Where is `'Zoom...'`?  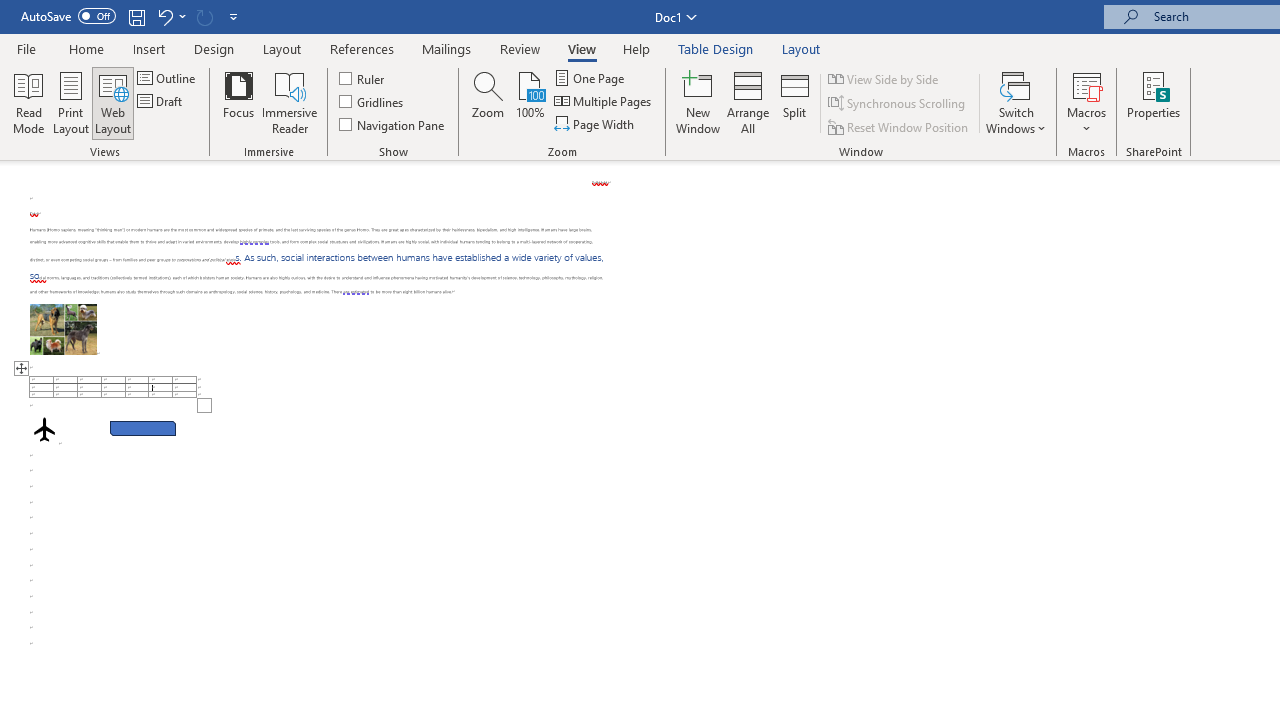
'Zoom...' is located at coordinates (488, 103).